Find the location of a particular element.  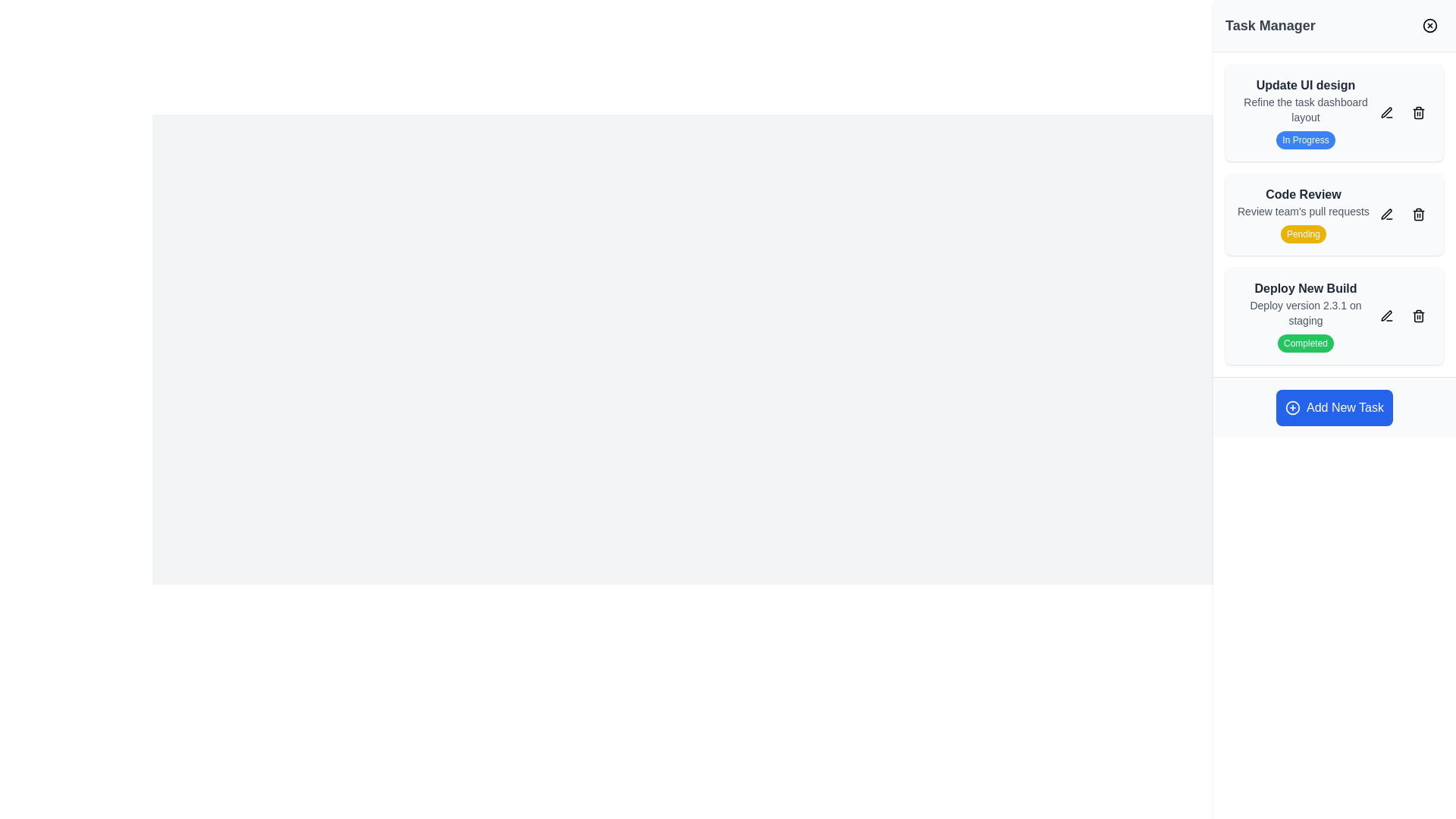

the circular icon button with a cross inside it, located in the top-right corner of the user interface is located at coordinates (1429, 26).